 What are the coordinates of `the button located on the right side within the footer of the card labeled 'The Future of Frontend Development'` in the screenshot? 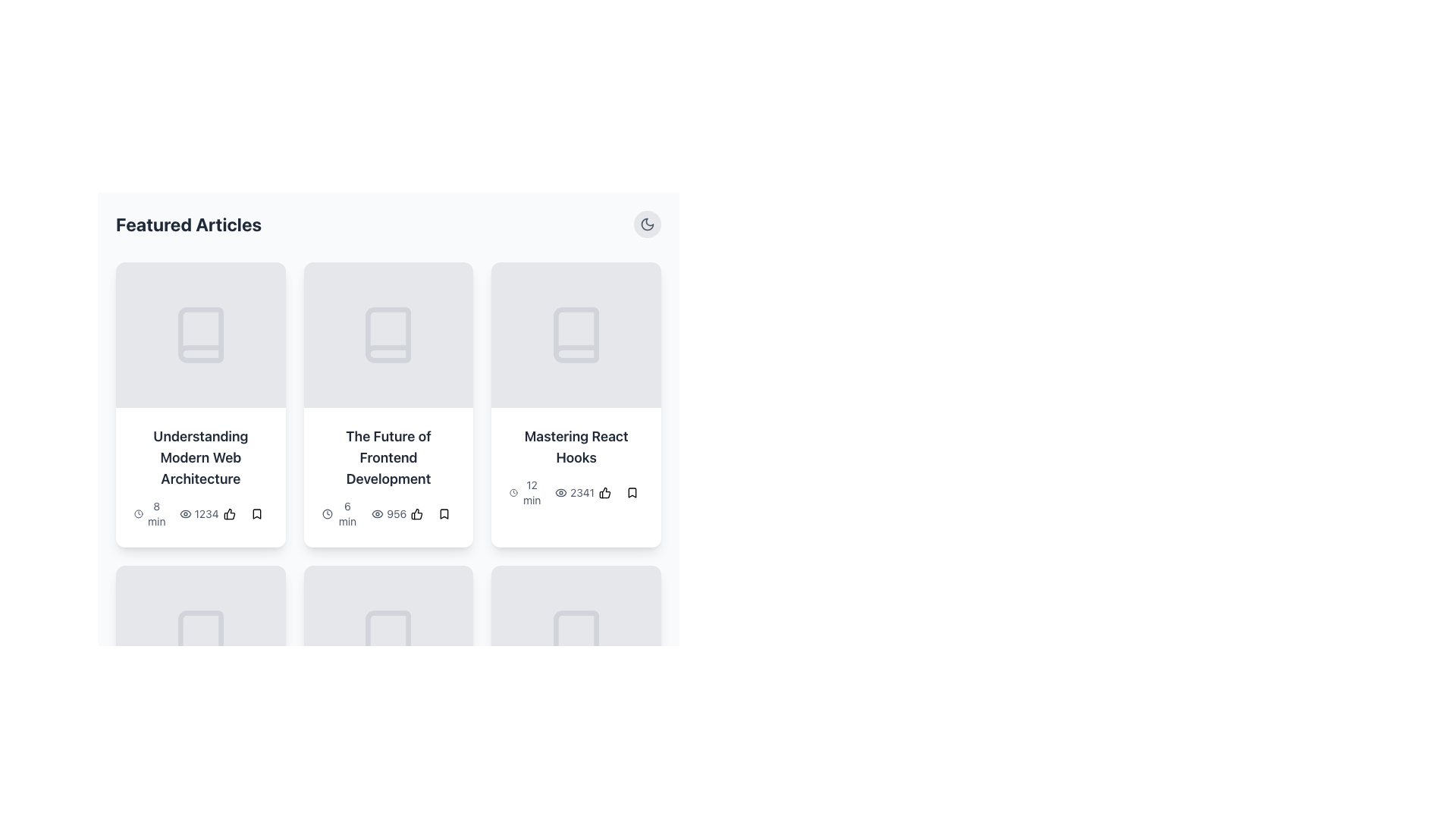 It's located at (444, 513).